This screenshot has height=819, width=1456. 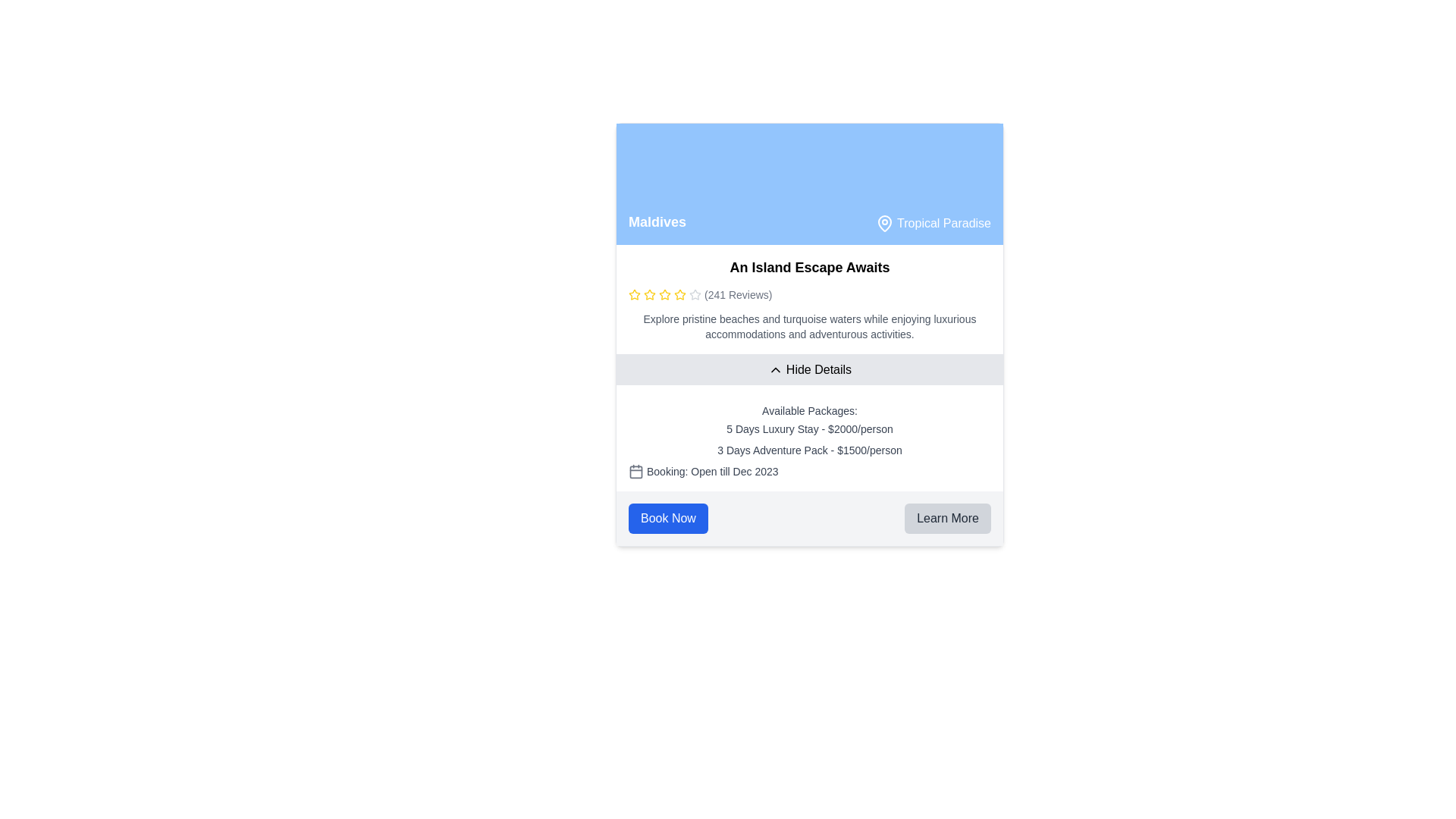 I want to click on the first star icon used for the rating system, located at the top of the card near the title 'An Island Escape Awaits', so click(x=650, y=294).